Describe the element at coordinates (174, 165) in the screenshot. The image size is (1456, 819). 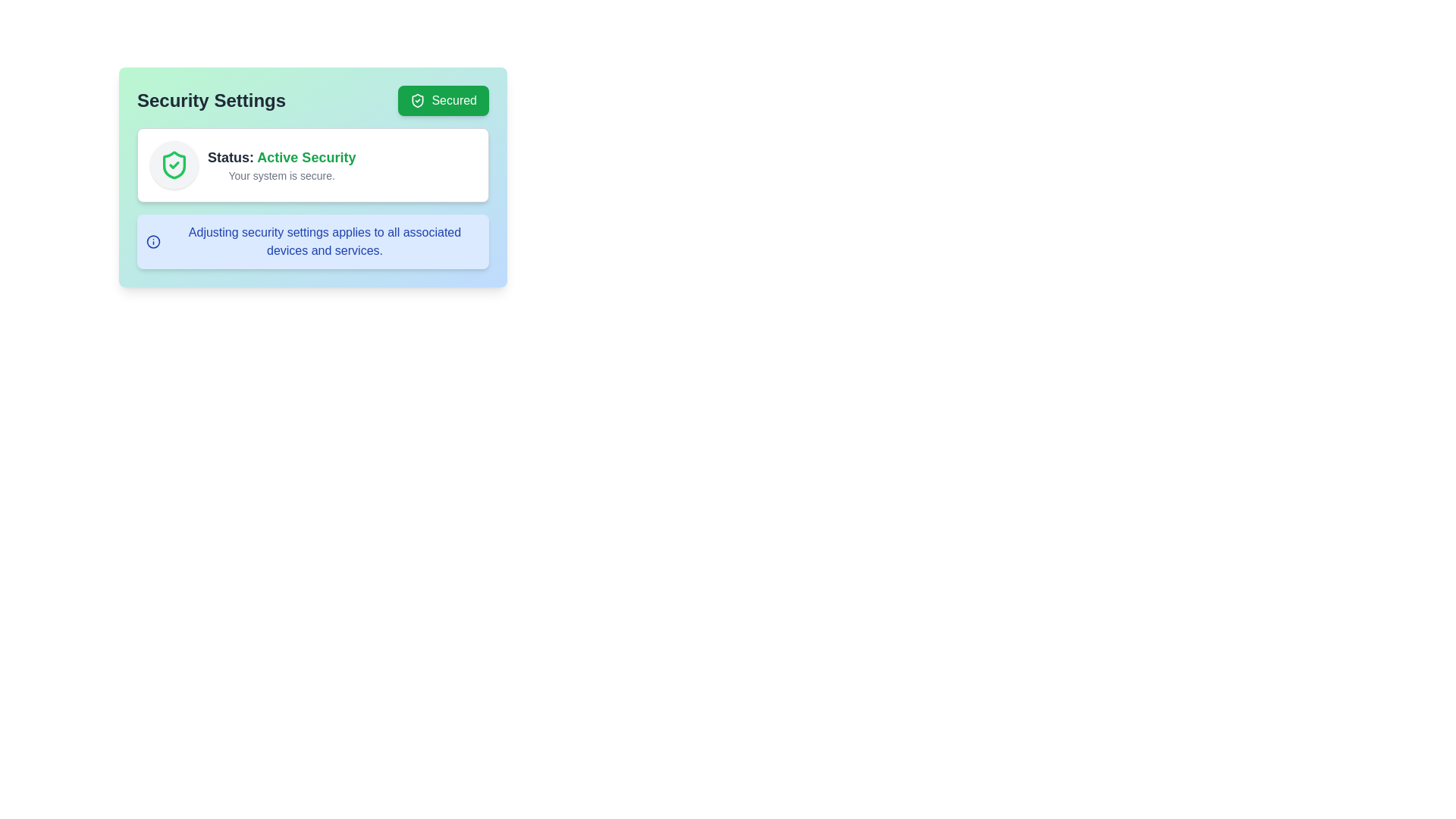
I see `the security status icon located inside a white rectangular box with rounded corners, which is positioned to the left of the text 'Status: Active Security'` at that location.